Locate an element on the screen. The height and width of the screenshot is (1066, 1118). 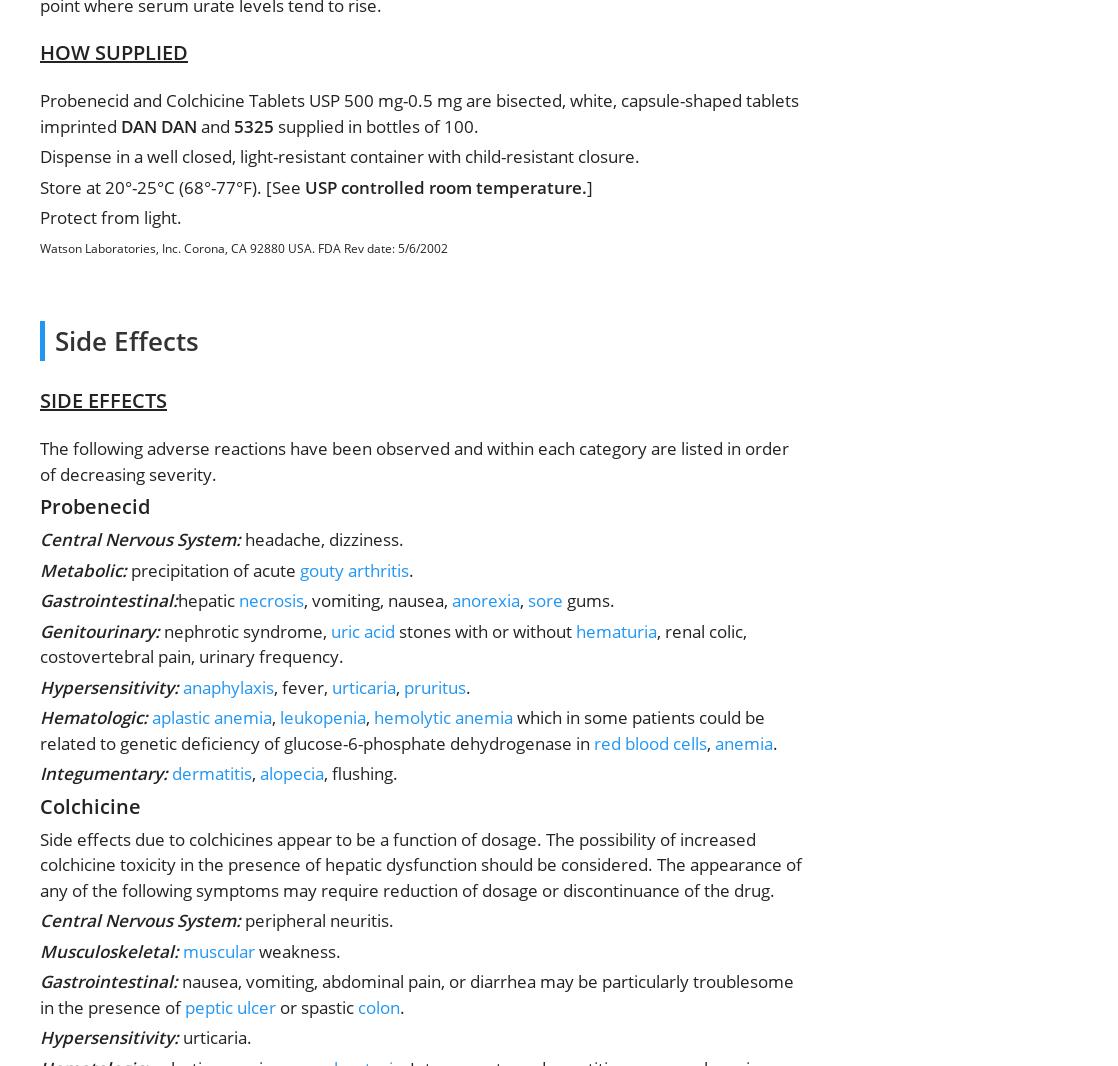
'leukopenia' is located at coordinates (321, 716).